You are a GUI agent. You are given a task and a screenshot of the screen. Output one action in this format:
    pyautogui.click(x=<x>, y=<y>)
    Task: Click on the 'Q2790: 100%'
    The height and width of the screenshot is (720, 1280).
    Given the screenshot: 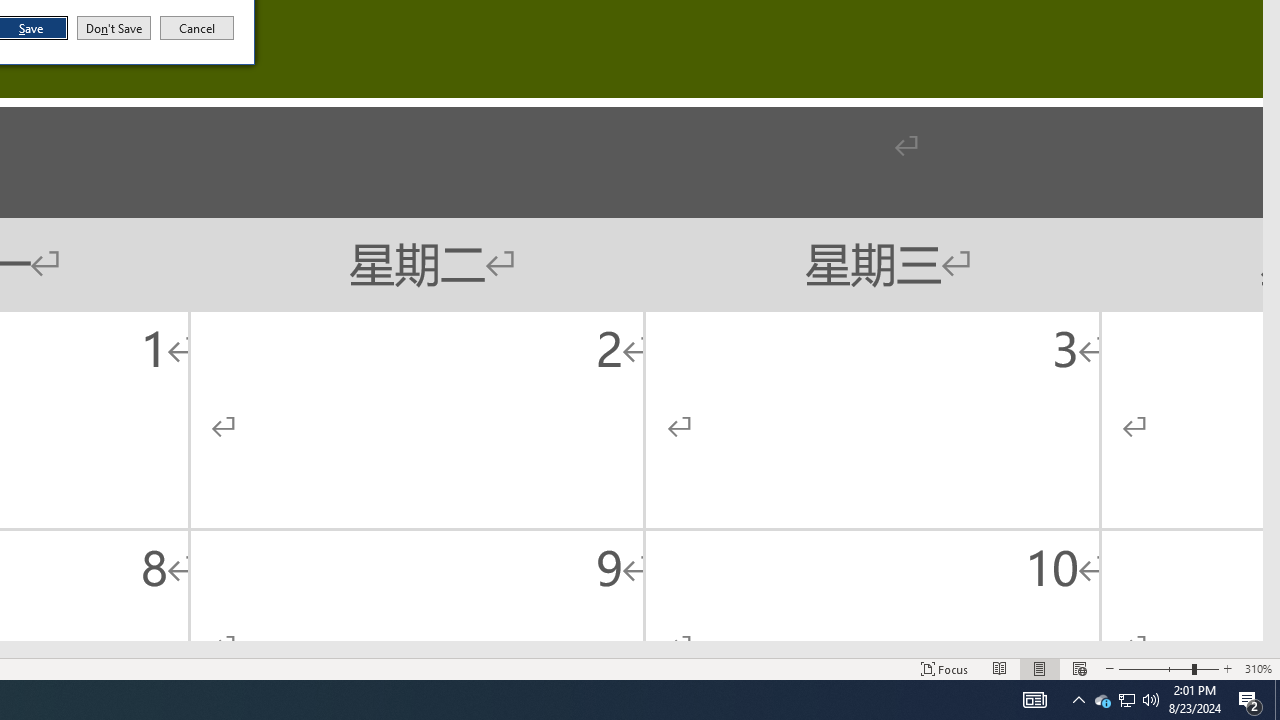 What is the action you would take?
    pyautogui.click(x=1078, y=698)
    